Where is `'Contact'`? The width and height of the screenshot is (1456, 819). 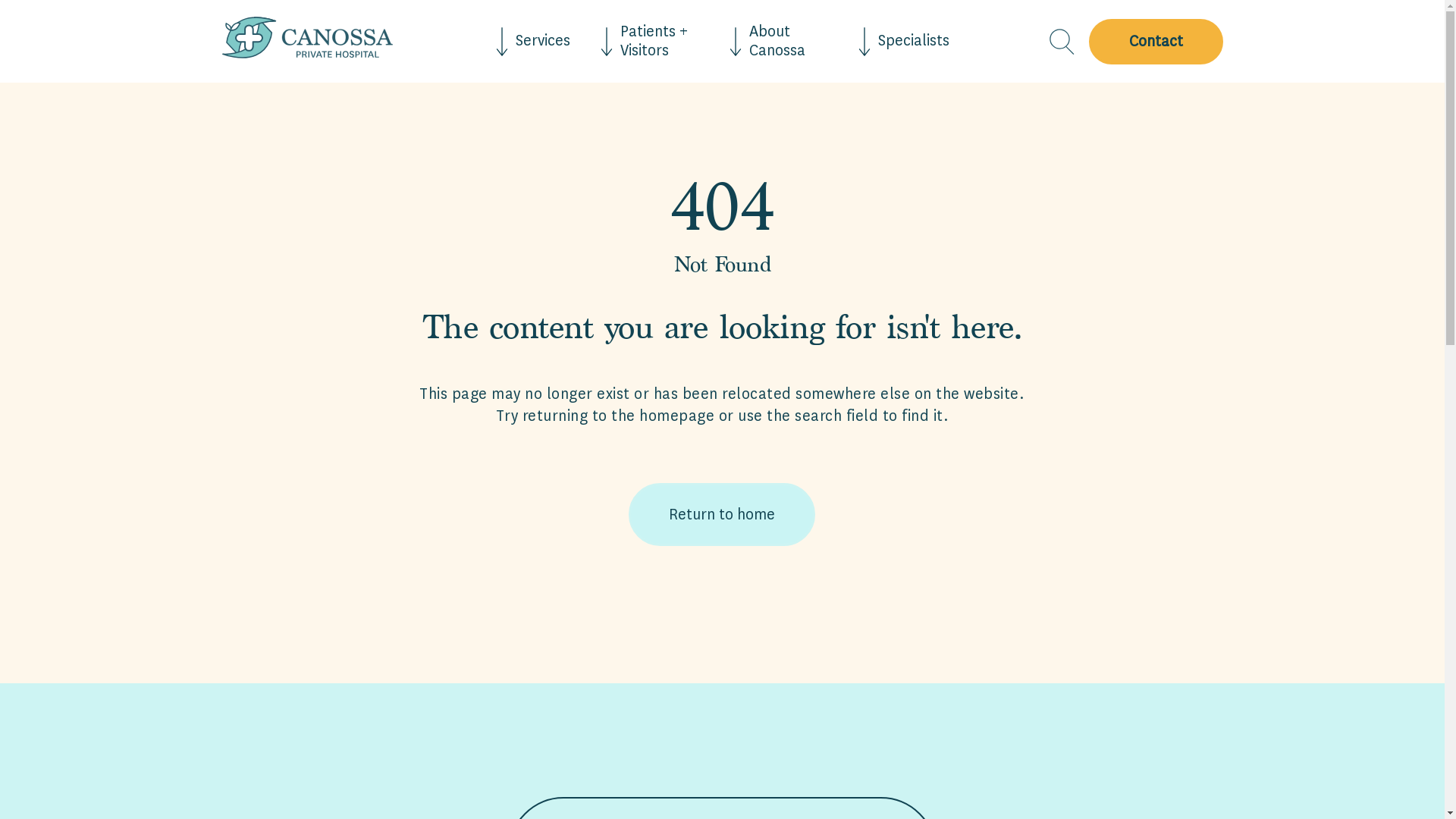
'Contact' is located at coordinates (1151, 40).